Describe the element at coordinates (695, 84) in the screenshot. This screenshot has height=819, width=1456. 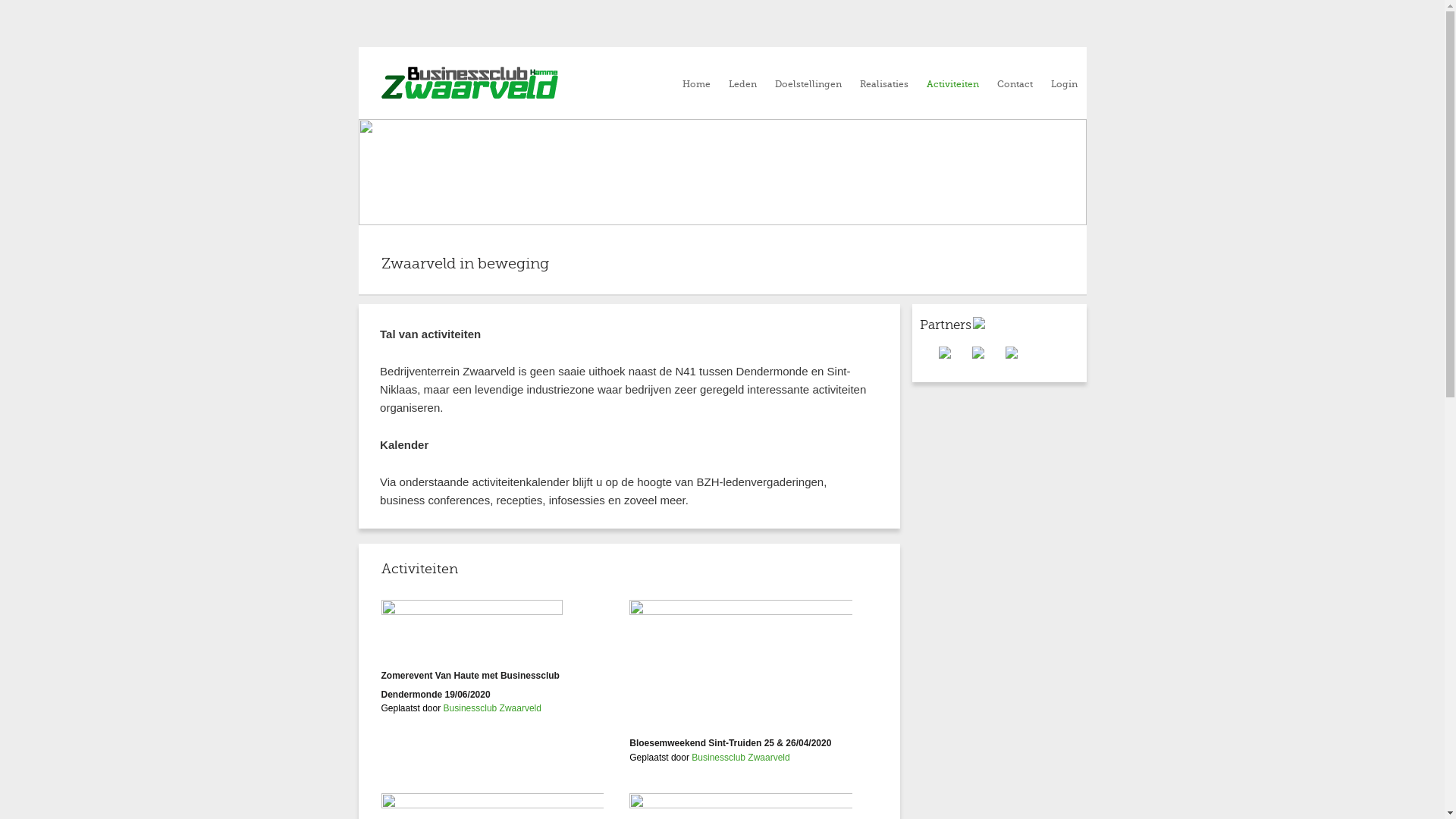
I see `'Home'` at that location.